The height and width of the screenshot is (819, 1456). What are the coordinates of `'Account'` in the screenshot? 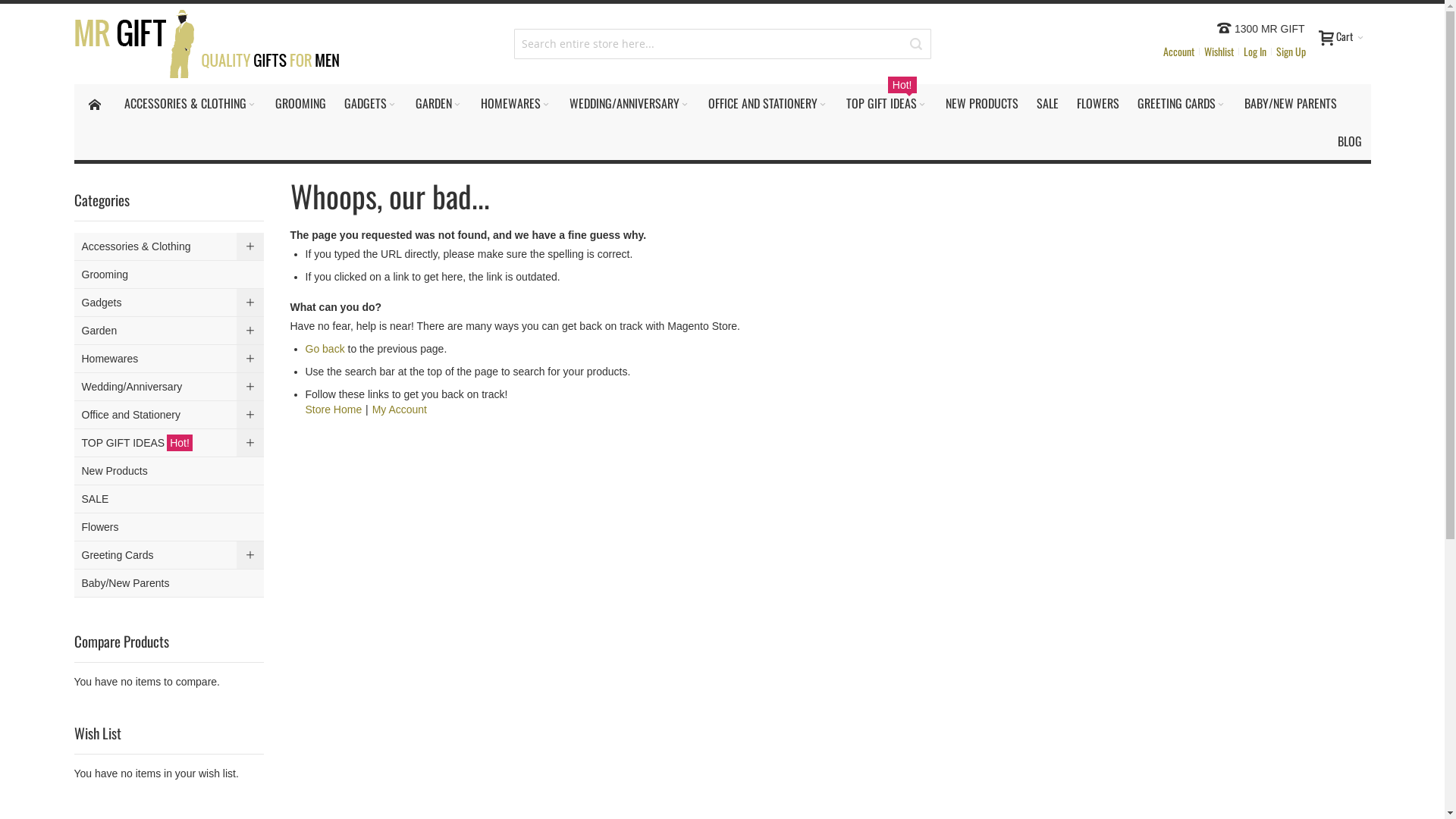 It's located at (1177, 51).